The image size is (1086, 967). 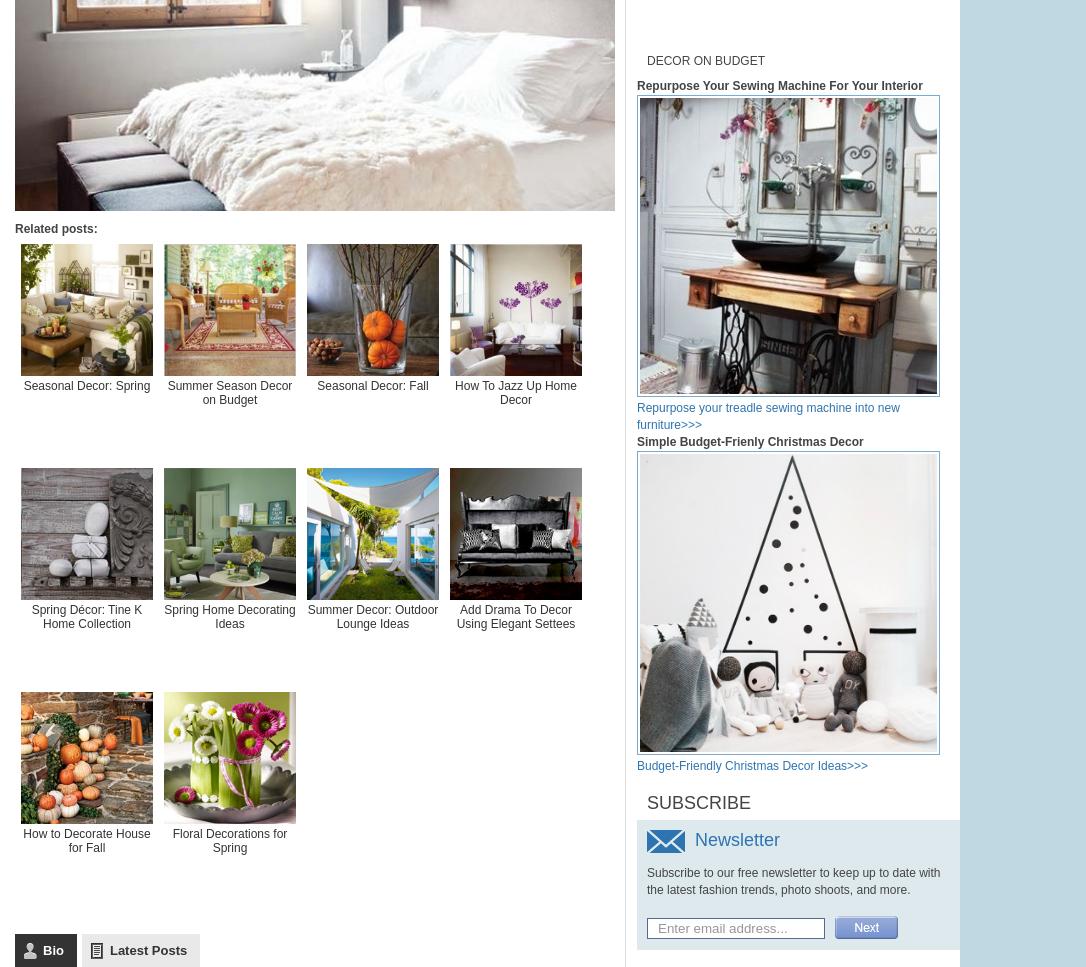 What do you see at coordinates (749, 441) in the screenshot?
I see `'Simple Budget-Frienly Christmas Decor'` at bounding box center [749, 441].